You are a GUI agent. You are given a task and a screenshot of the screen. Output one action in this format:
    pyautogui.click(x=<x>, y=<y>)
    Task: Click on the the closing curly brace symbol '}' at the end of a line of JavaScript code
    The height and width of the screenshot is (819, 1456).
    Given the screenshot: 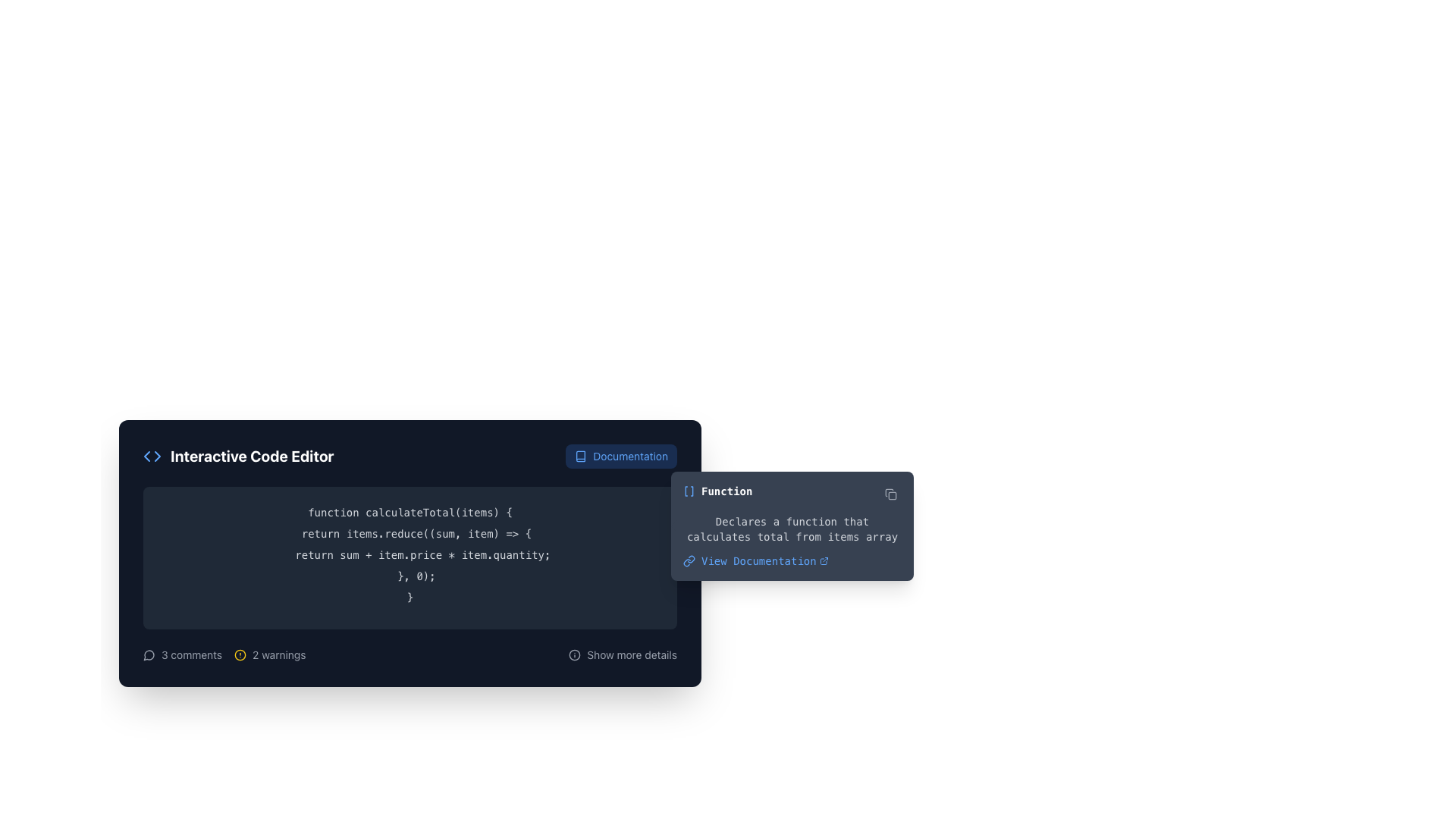 What is the action you would take?
    pyautogui.click(x=410, y=596)
    